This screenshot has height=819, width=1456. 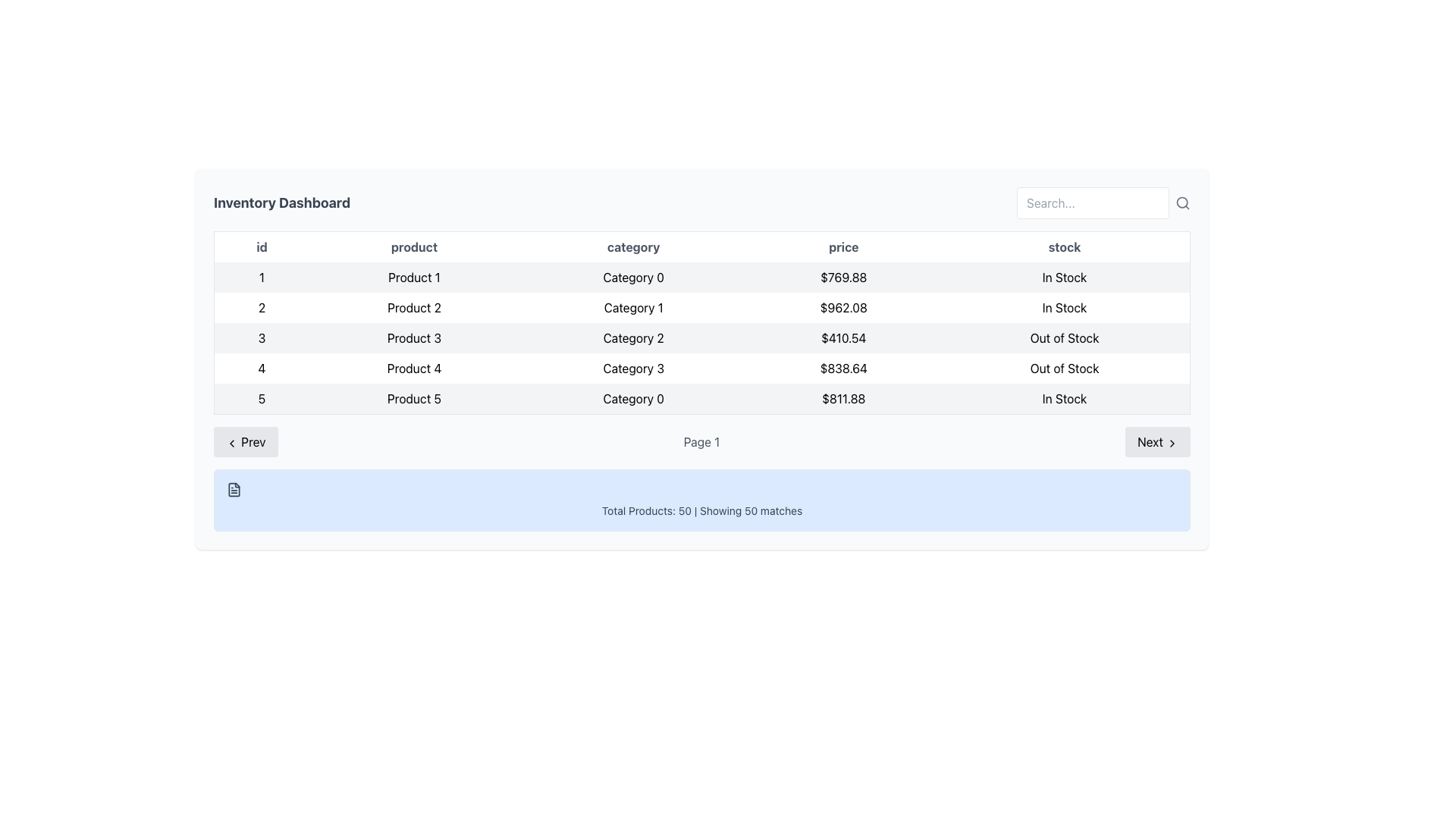 What do you see at coordinates (843, 307) in the screenshot?
I see `the price text label located in the fourth column of the second row of the inventory dashboard table` at bounding box center [843, 307].